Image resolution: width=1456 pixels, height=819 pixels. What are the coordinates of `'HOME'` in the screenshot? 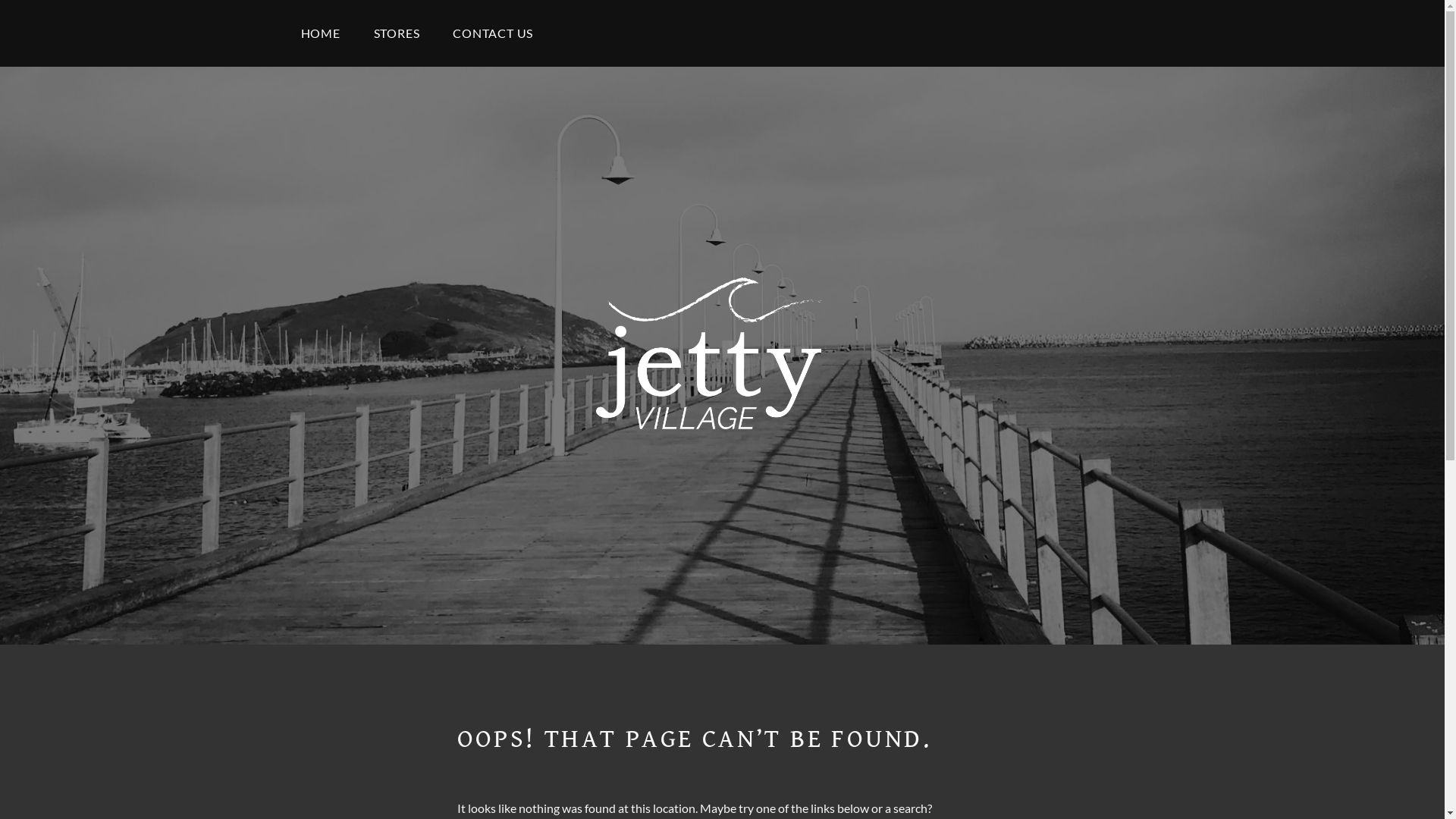 It's located at (319, 33).